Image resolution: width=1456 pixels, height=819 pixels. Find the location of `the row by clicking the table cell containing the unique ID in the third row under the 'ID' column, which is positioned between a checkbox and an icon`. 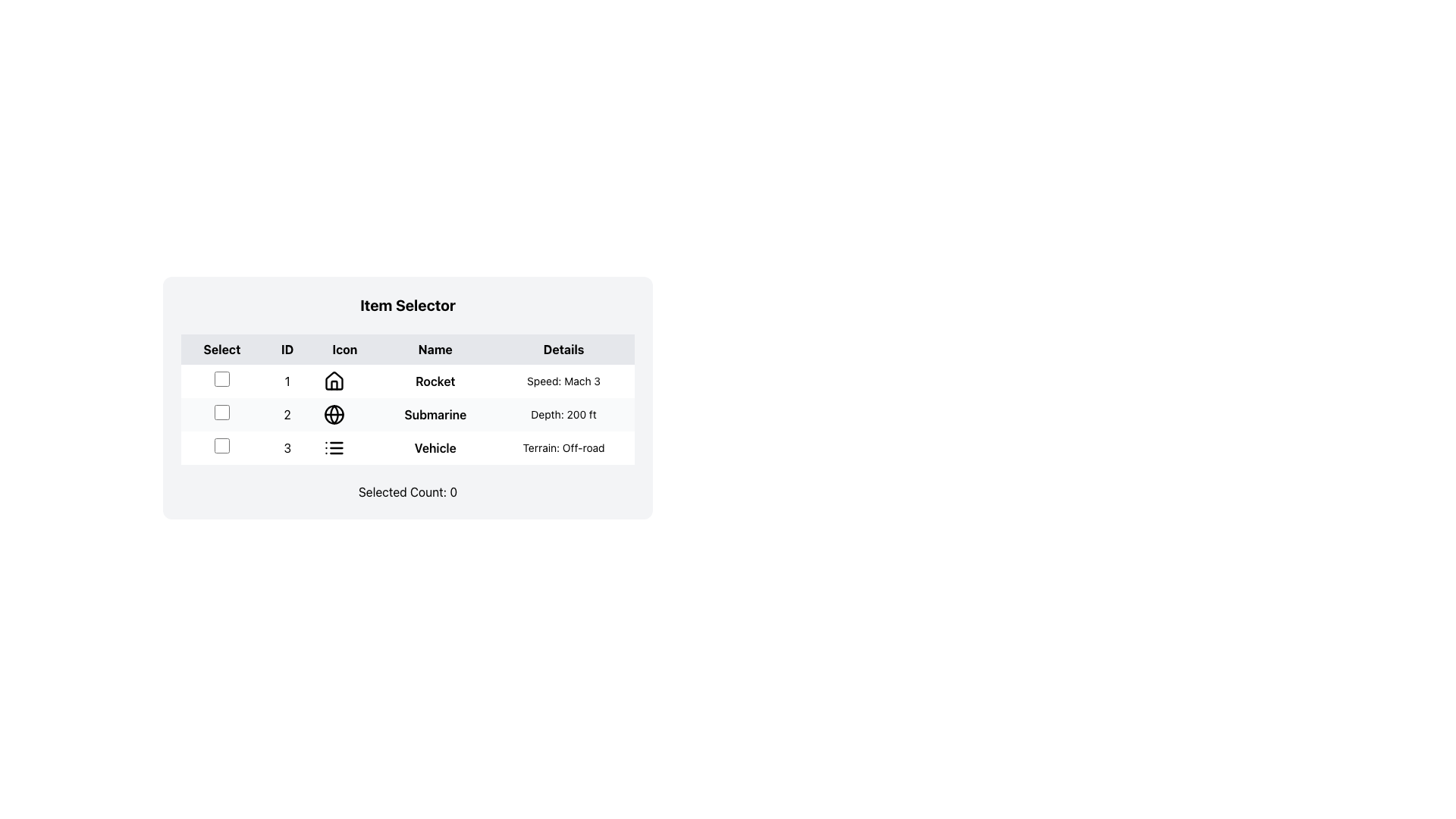

the row by clicking the table cell containing the unique ID in the third row under the 'ID' column, which is positioned between a checkbox and an icon is located at coordinates (287, 447).